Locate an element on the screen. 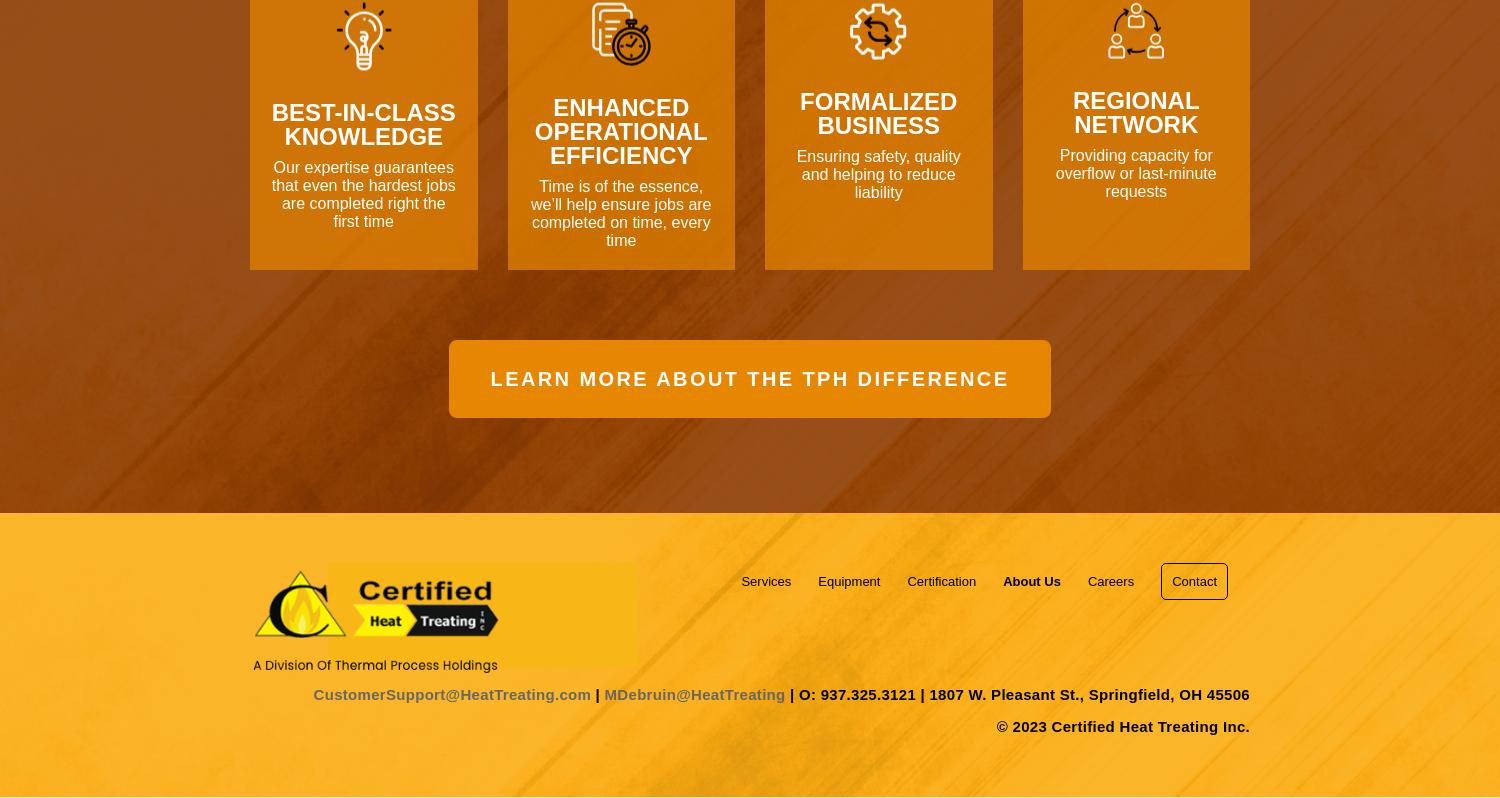 The height and width of the screenshot is (798, 1500). 'learn more about the tph difference' is located at coordinates (748, 378).